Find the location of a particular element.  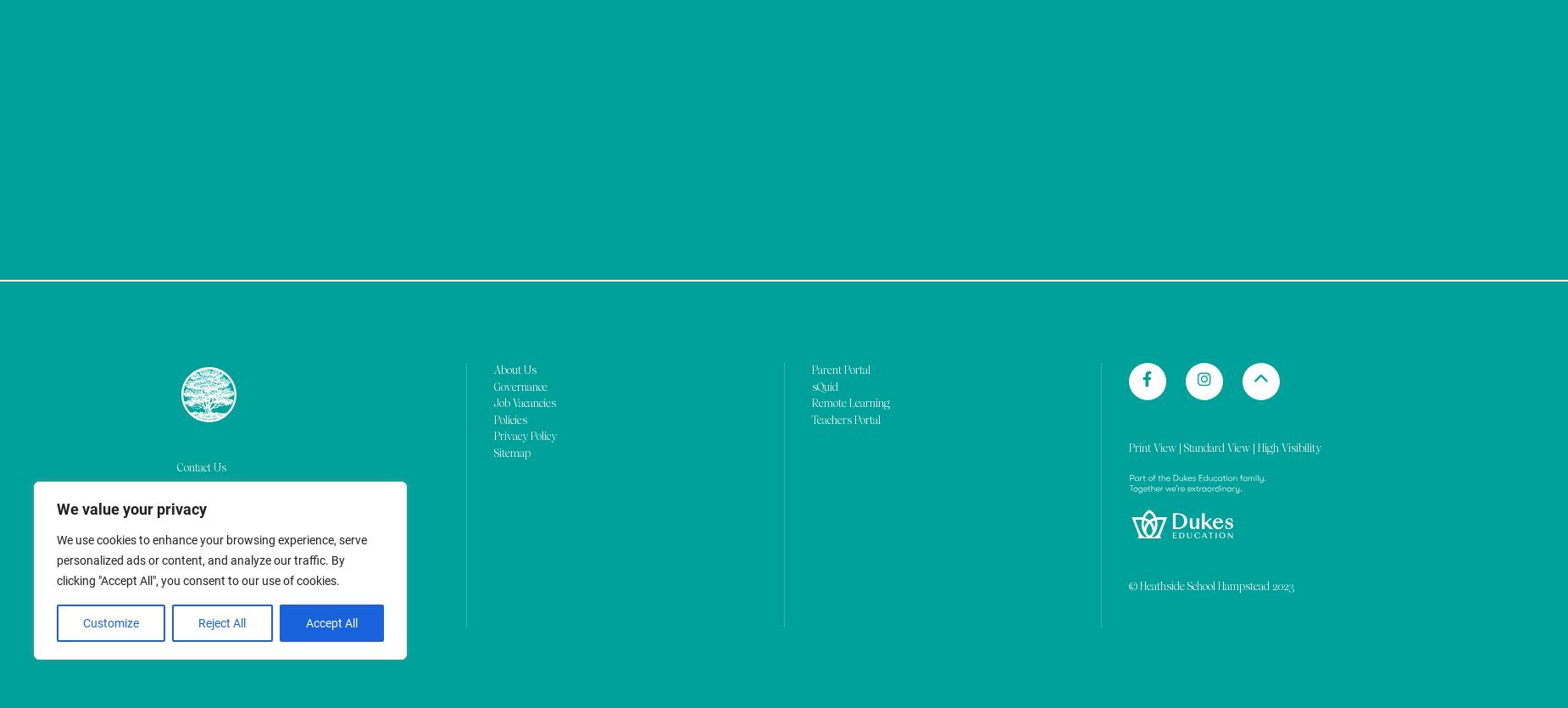

'We value your privacy' is located at coordinates (131, 94).